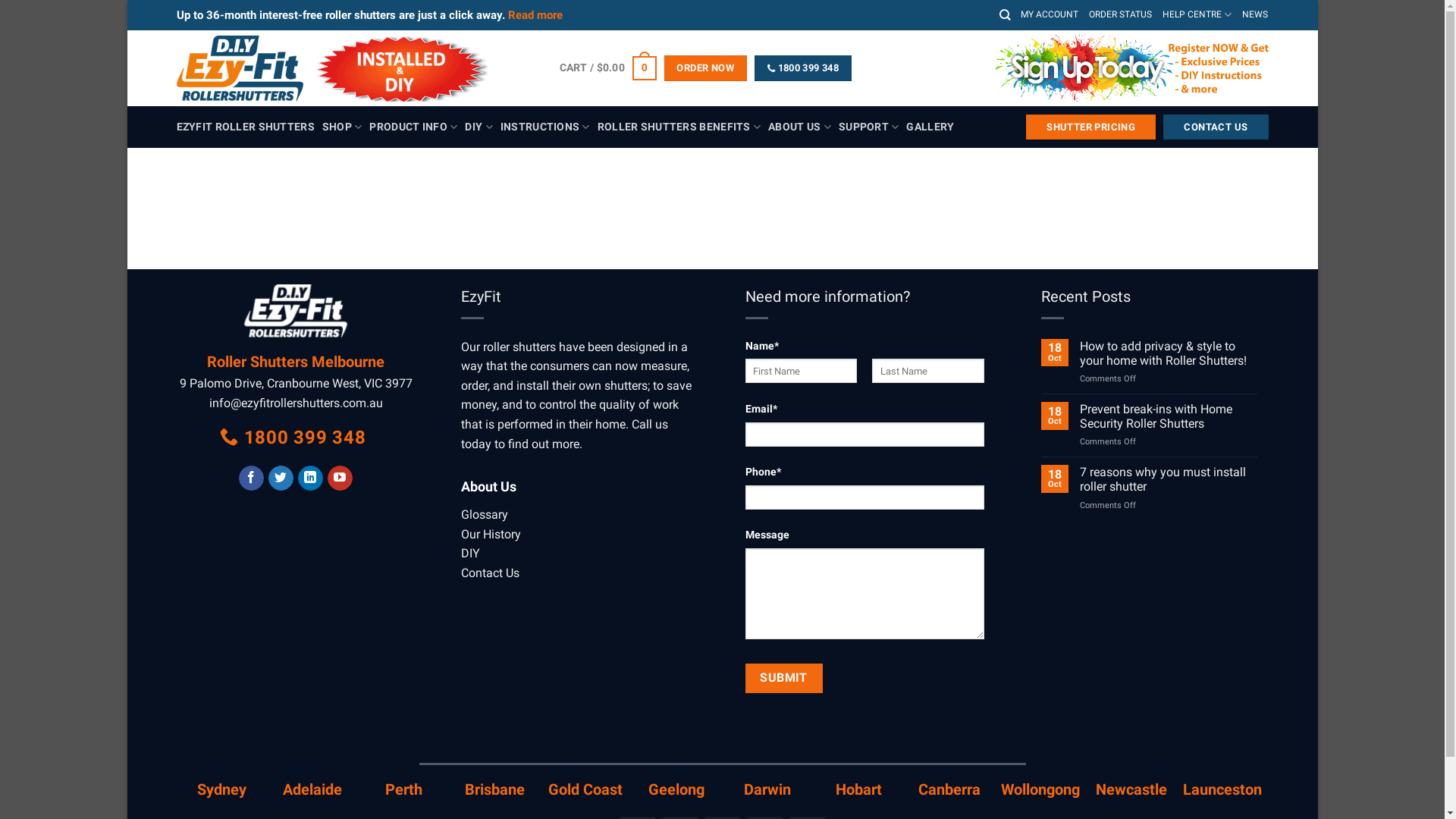 The image size is (1456, 819). Describe the element at coordinates (460, 532) in the screenshot. I see `'Our History'` at that location.